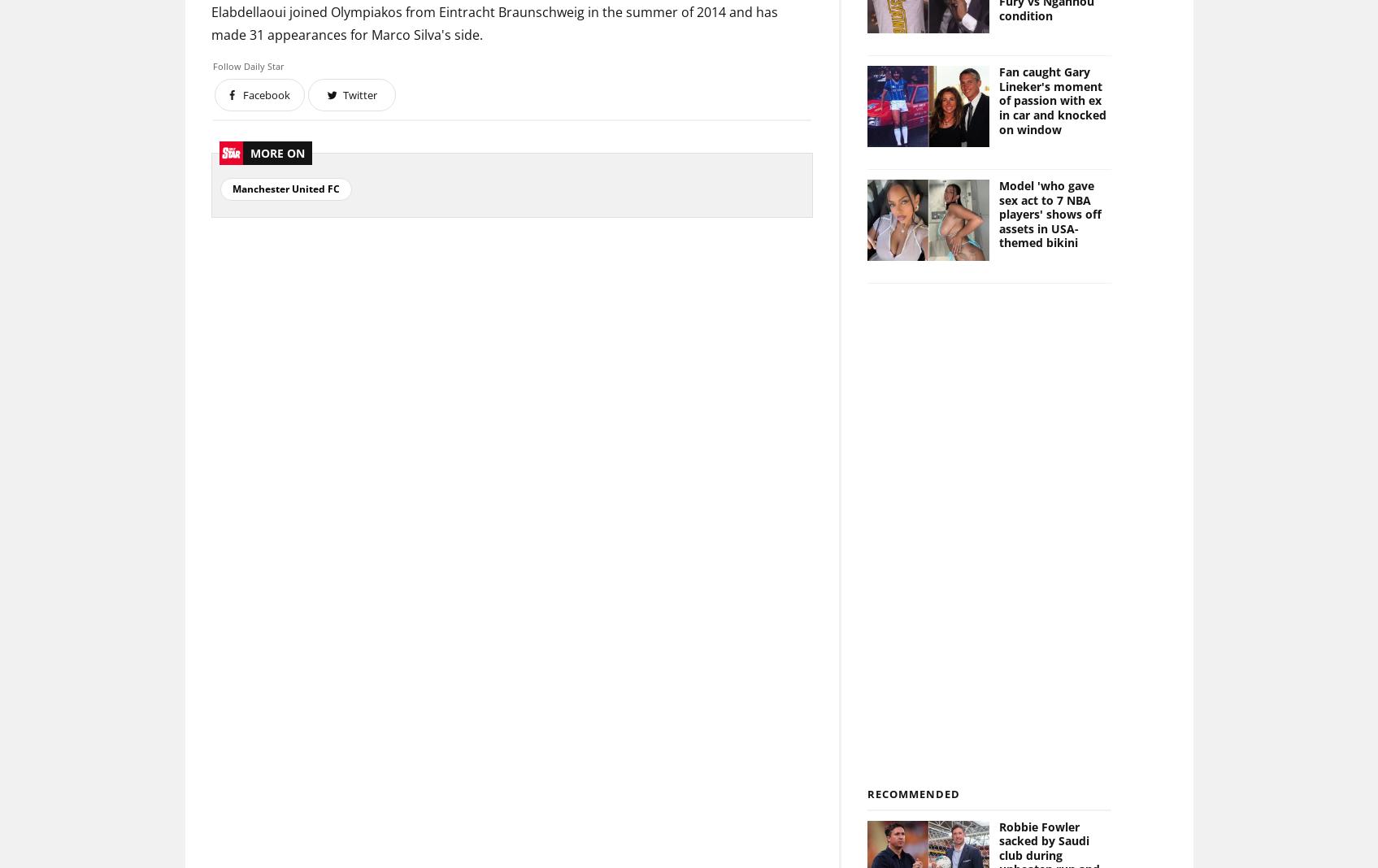 The width and height of the screenshot is (1378, 868). What do you see at coordinates (493, 22) in the screenshot?
I see `'Elabdellaoui joined Olympiakos from Eintracht Braunschweig in the summer of 2014 and has made 31 appearances for Marco Silva's side.'` at bounding box center [493, 22].